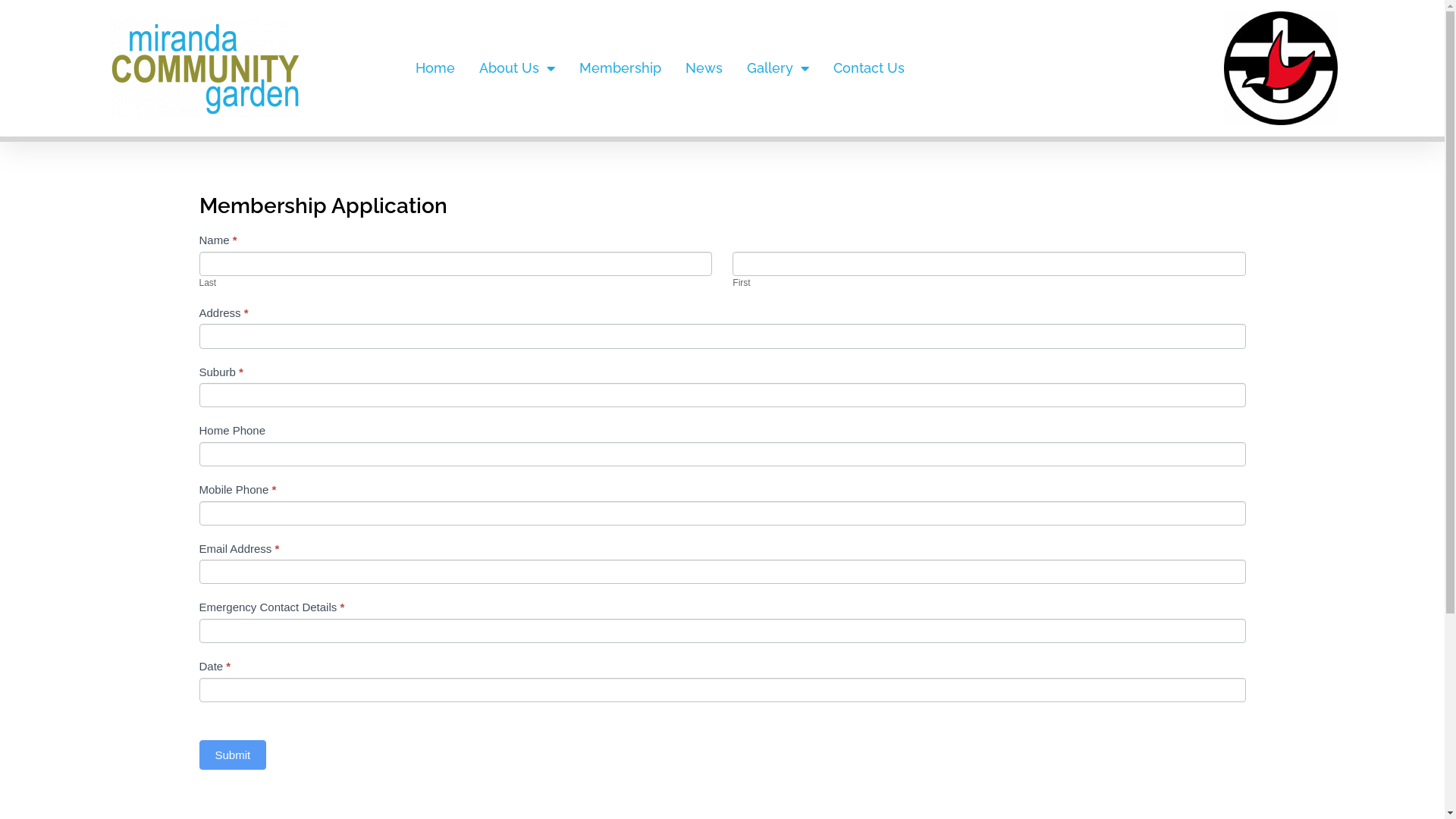 Image resolution: width=1456 pixels, height=819 pixels. I want to click on 'News', so click(703, 67).